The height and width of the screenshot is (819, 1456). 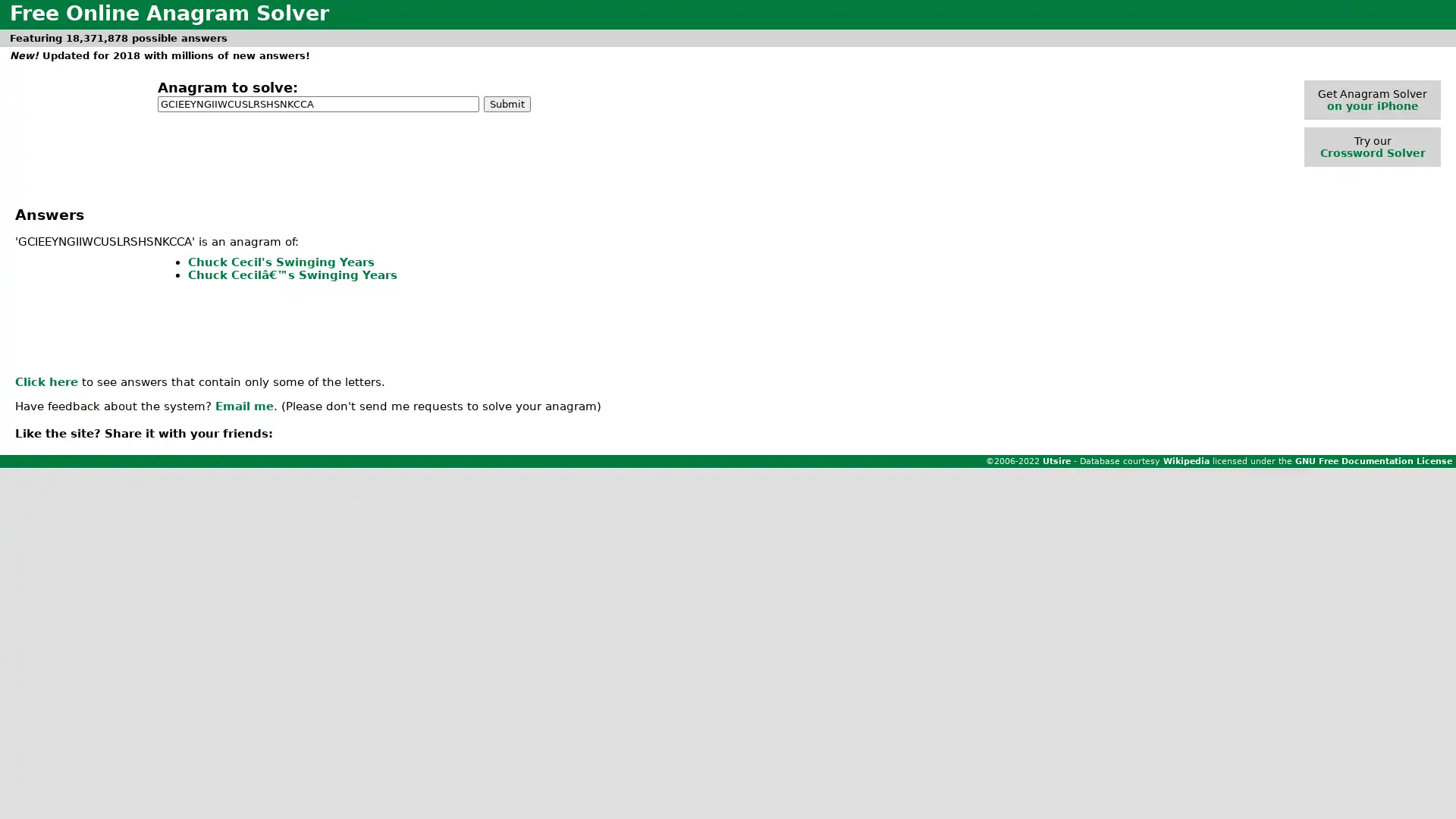 What do you see at coordinates (507, 102) in the screenshot?
I see `Submit` at bounding box center [507, 102].